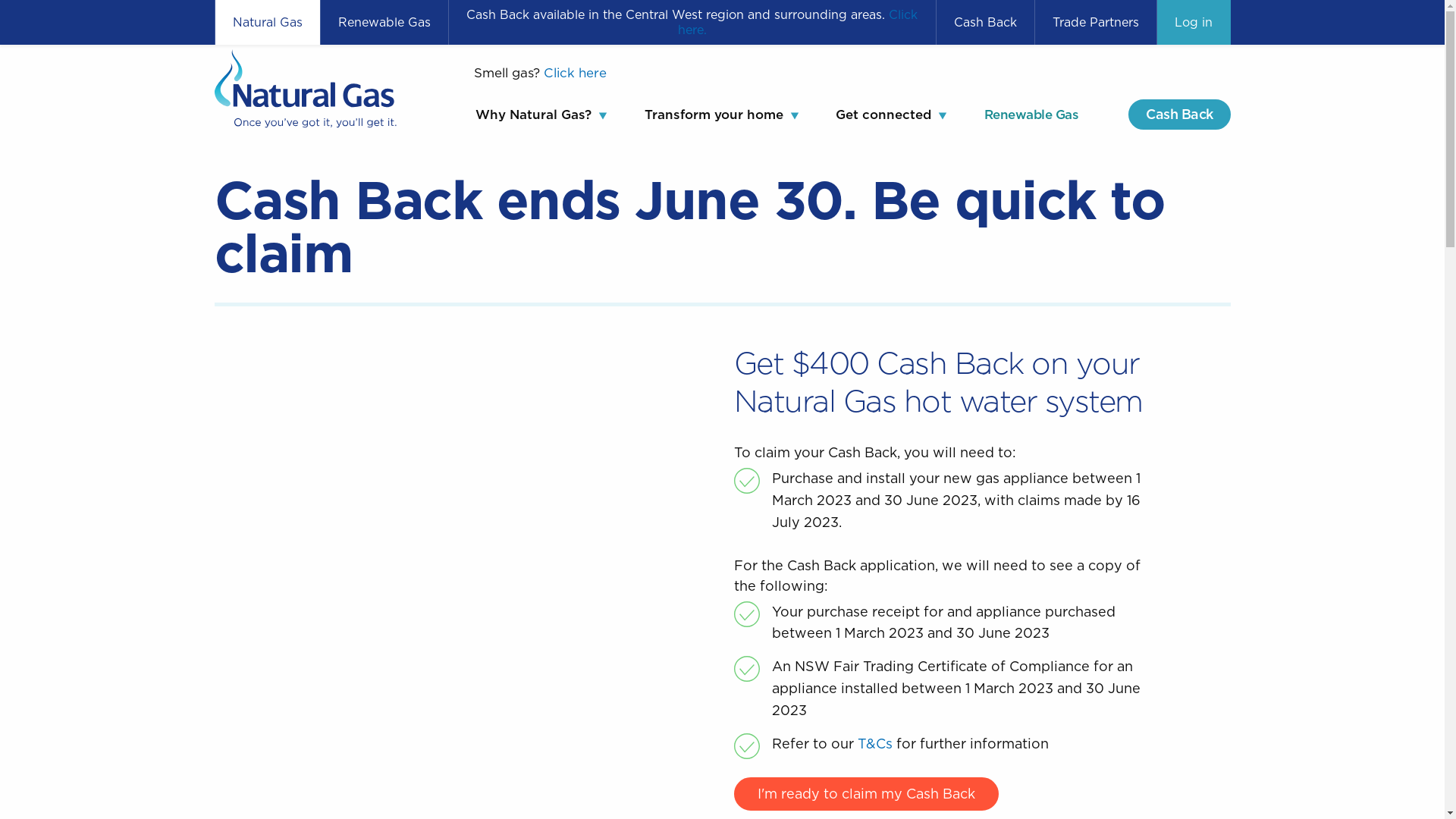 The width and height of the screenshot is (1456, 819). What do you see at coordinates (1193, 22) in the screenshot?
I see `'Log in'` at bounding box center [1193, 22].